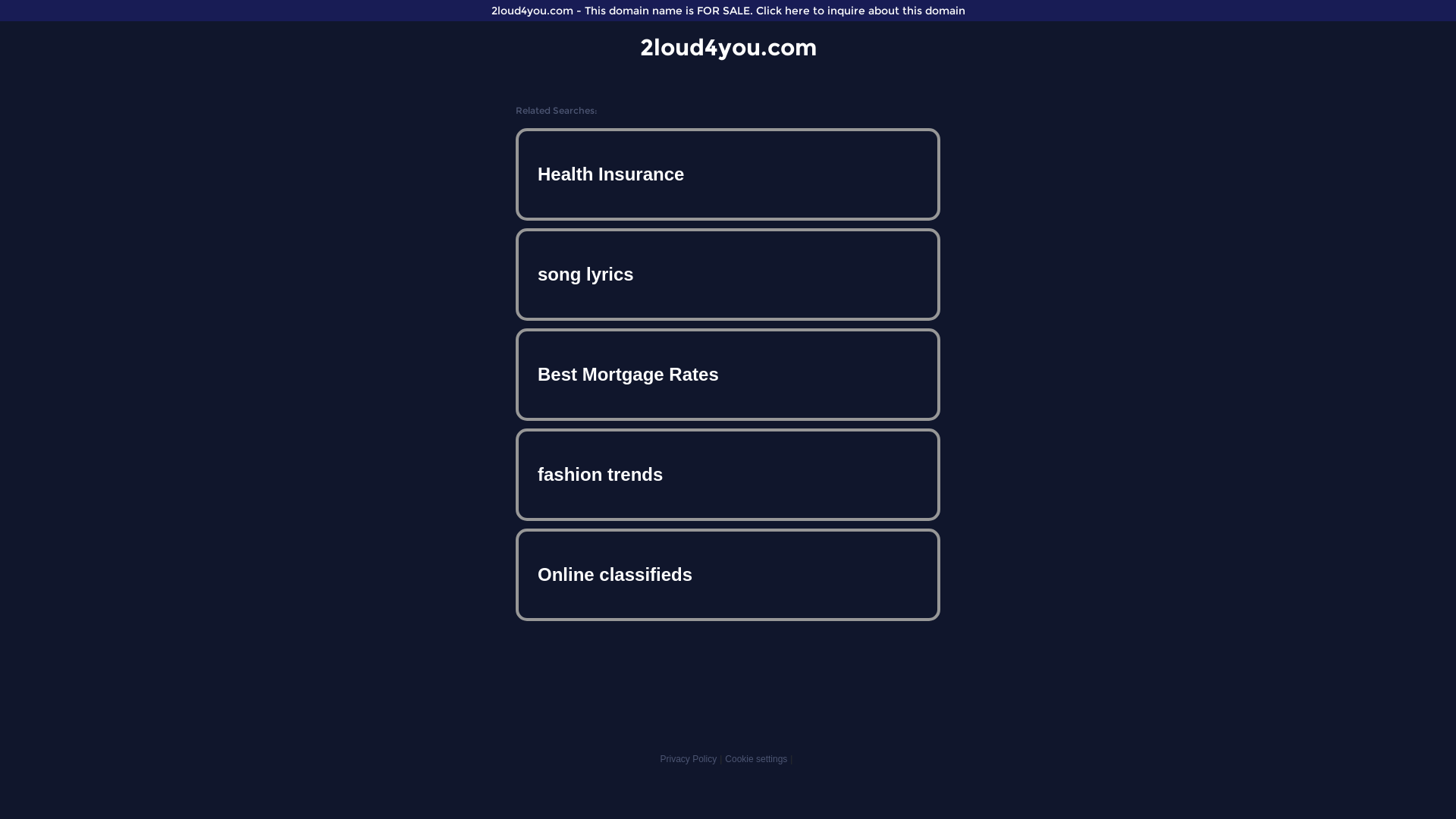  I want to click on 'Online classifieds', so click(728, 575).